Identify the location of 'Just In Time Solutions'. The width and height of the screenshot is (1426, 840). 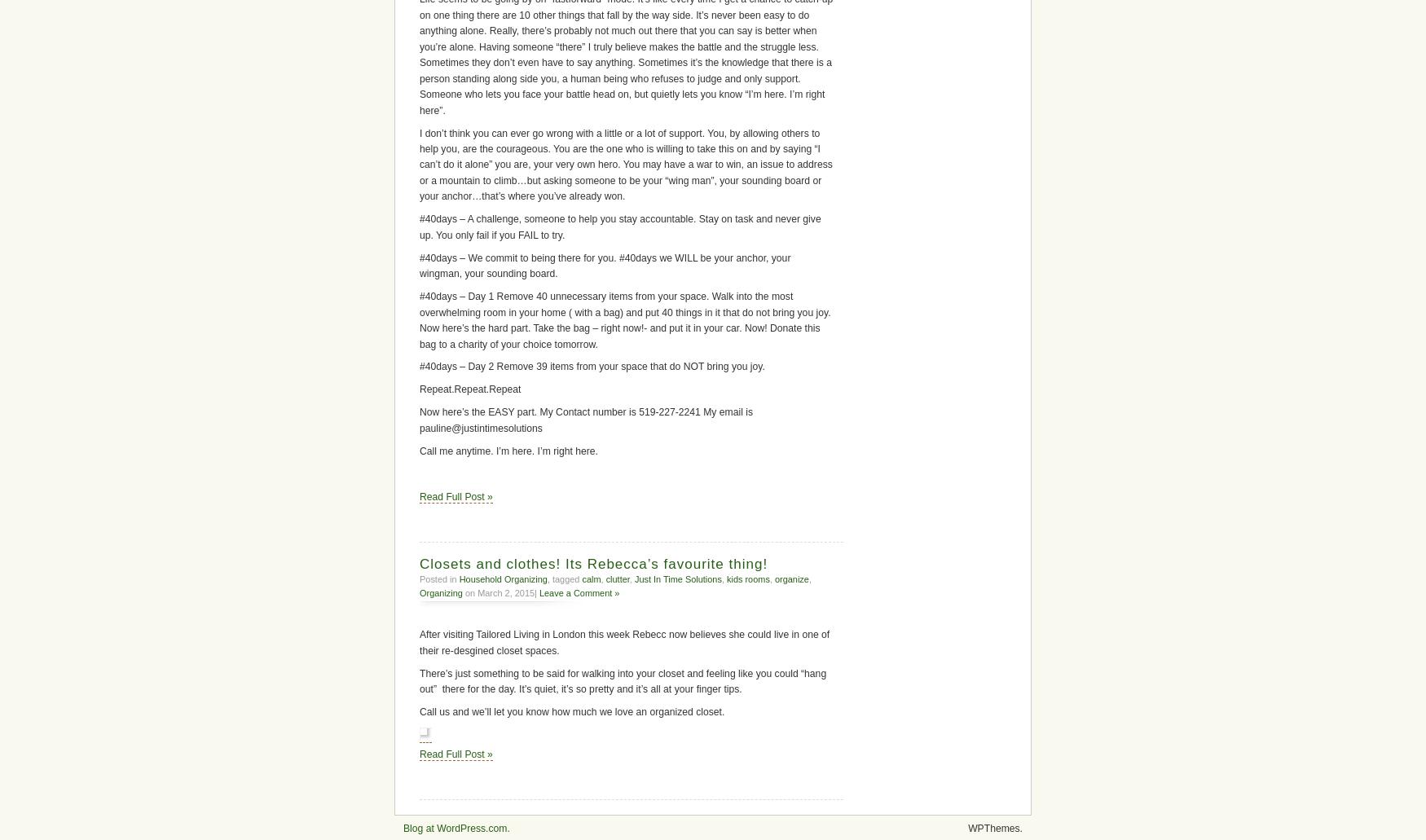
(677, 578).